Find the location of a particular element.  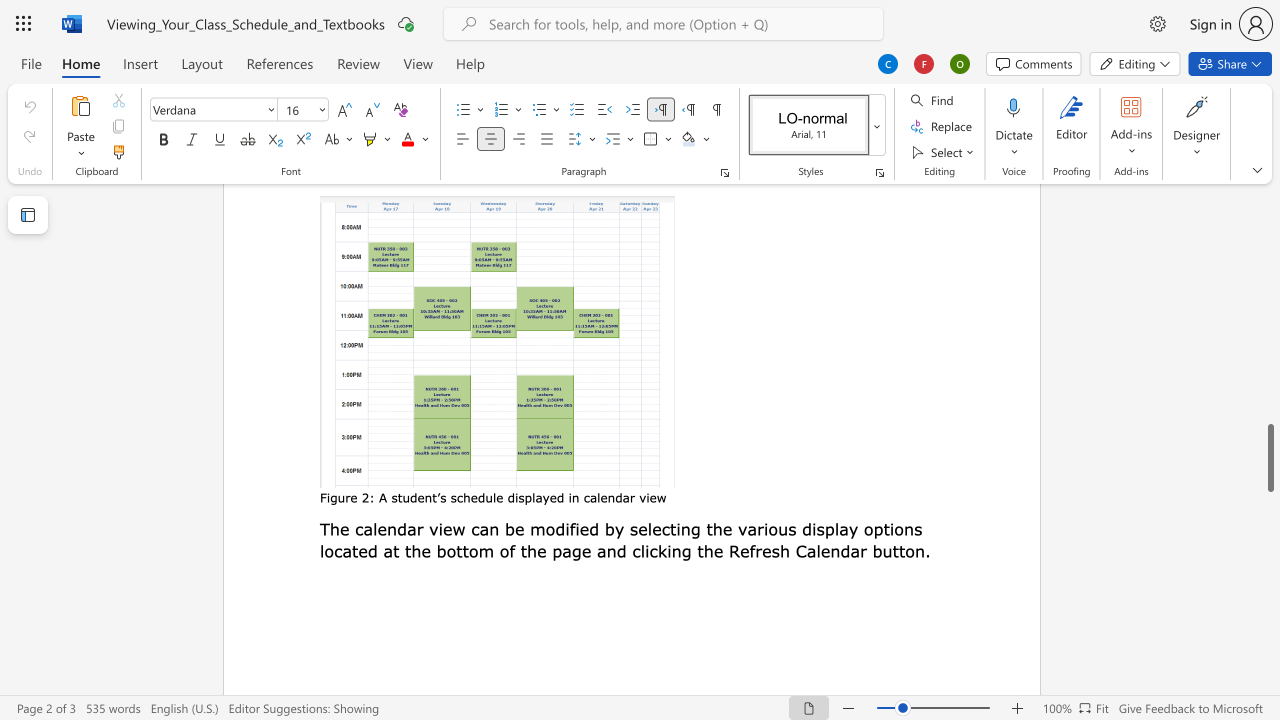

the scrollbar to adjust the page upward is located at coordinates (1269, 220).